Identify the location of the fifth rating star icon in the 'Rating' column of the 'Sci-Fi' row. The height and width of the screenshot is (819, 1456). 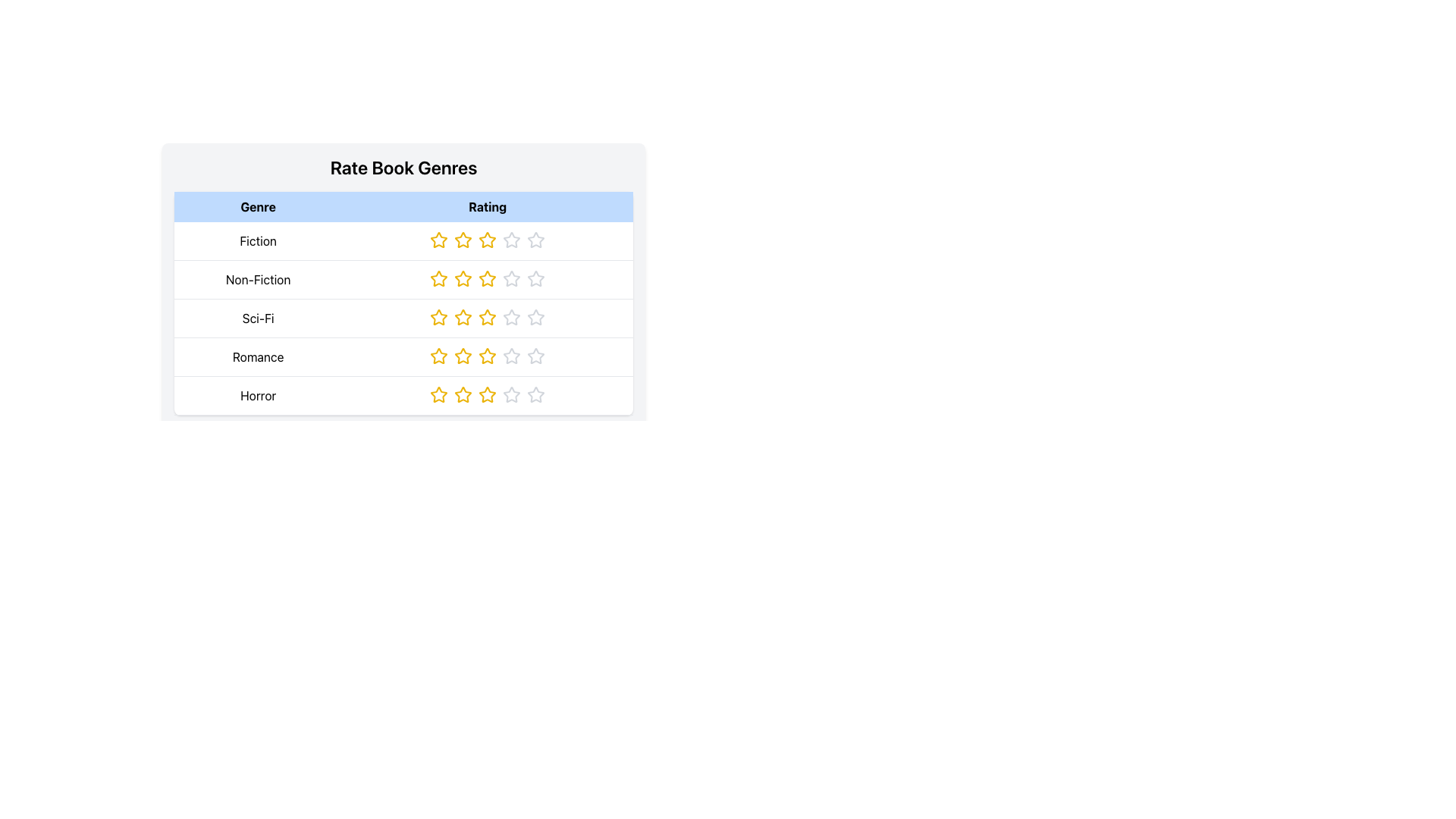
(536, 317).